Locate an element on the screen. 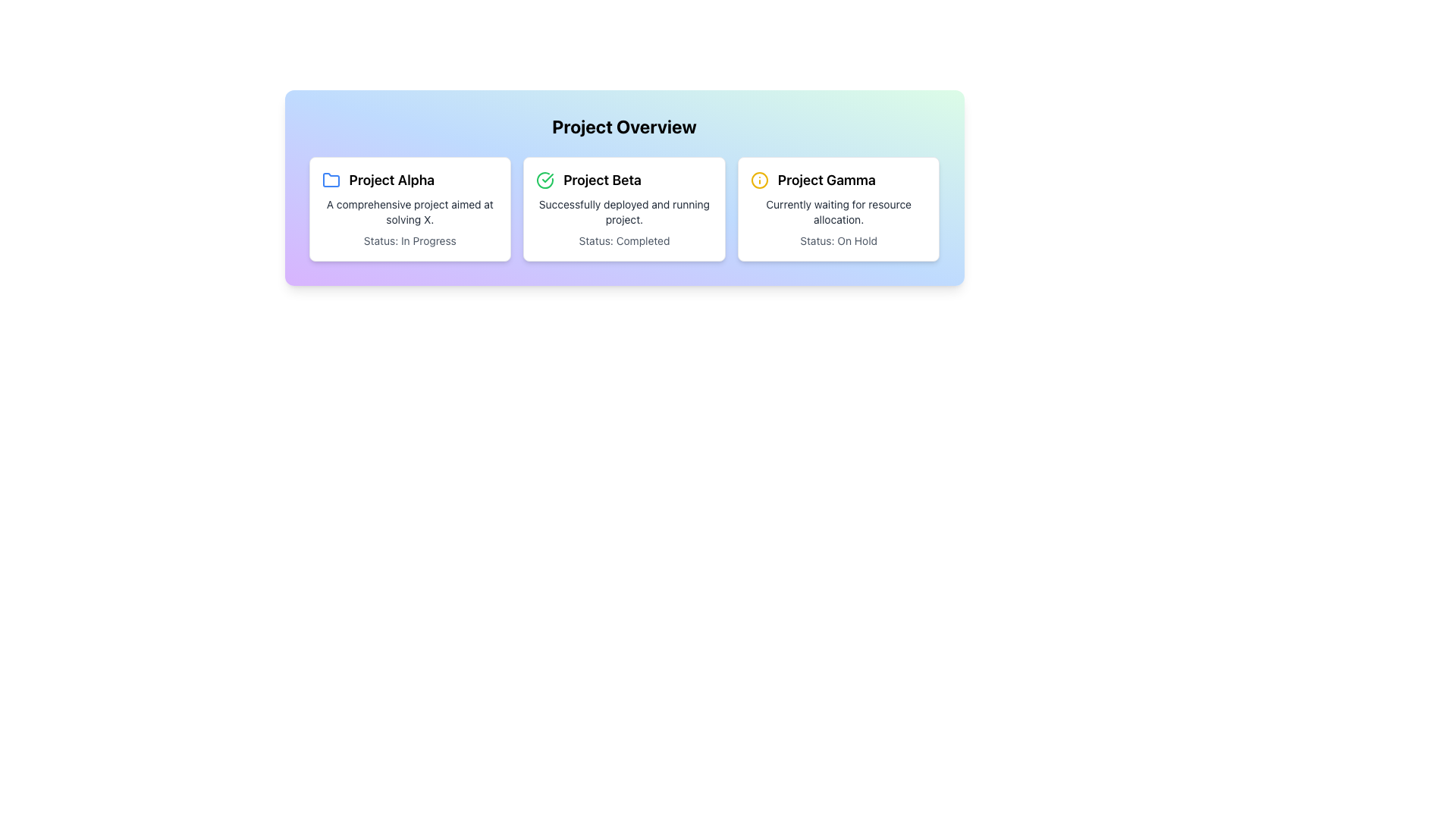 The image size is (1456, 819). the middle project card titled 'Project Beta' is located at coordinates (624, 209).